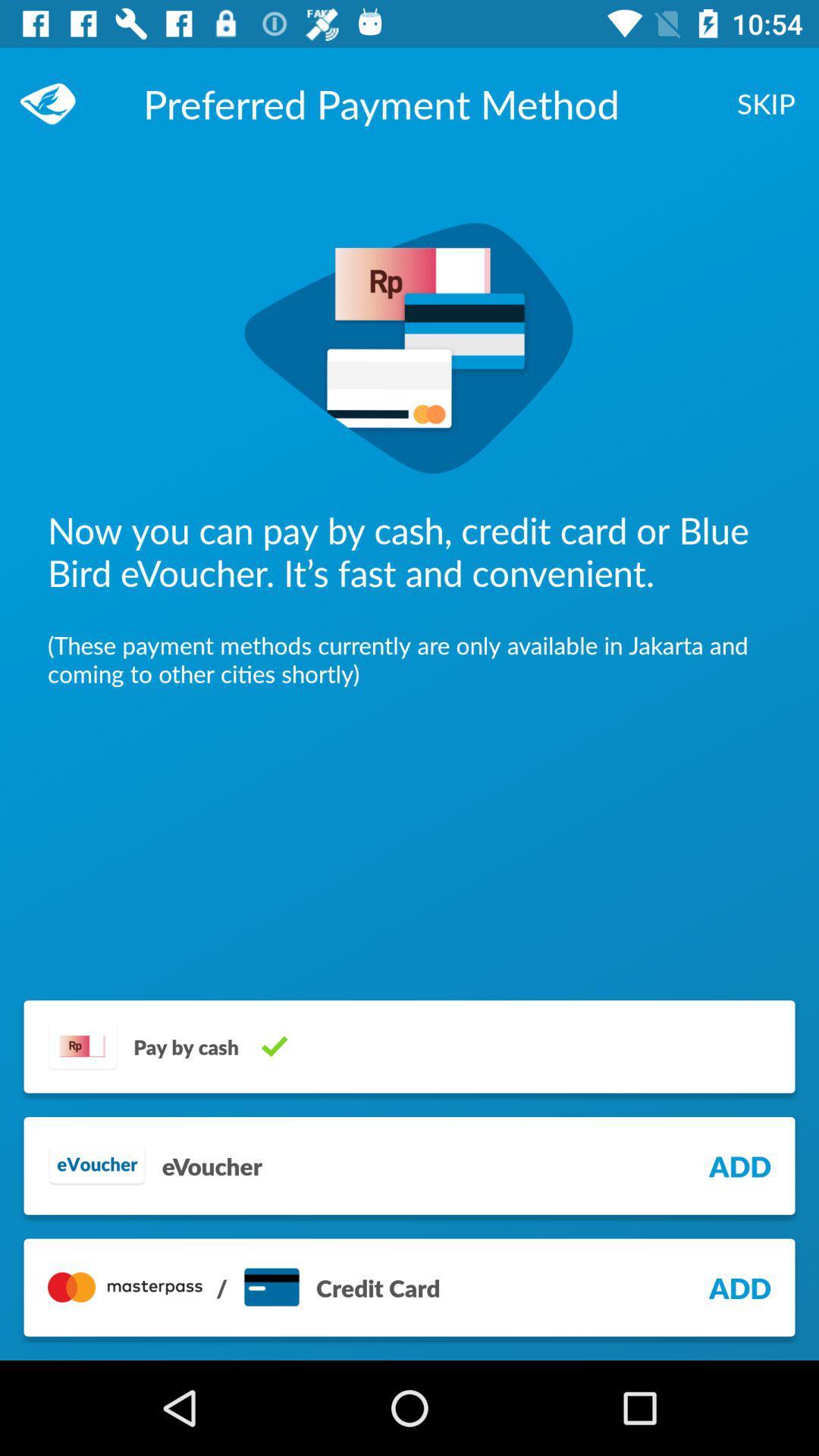  I want to click on item at the top left corner, so click(55, 102).